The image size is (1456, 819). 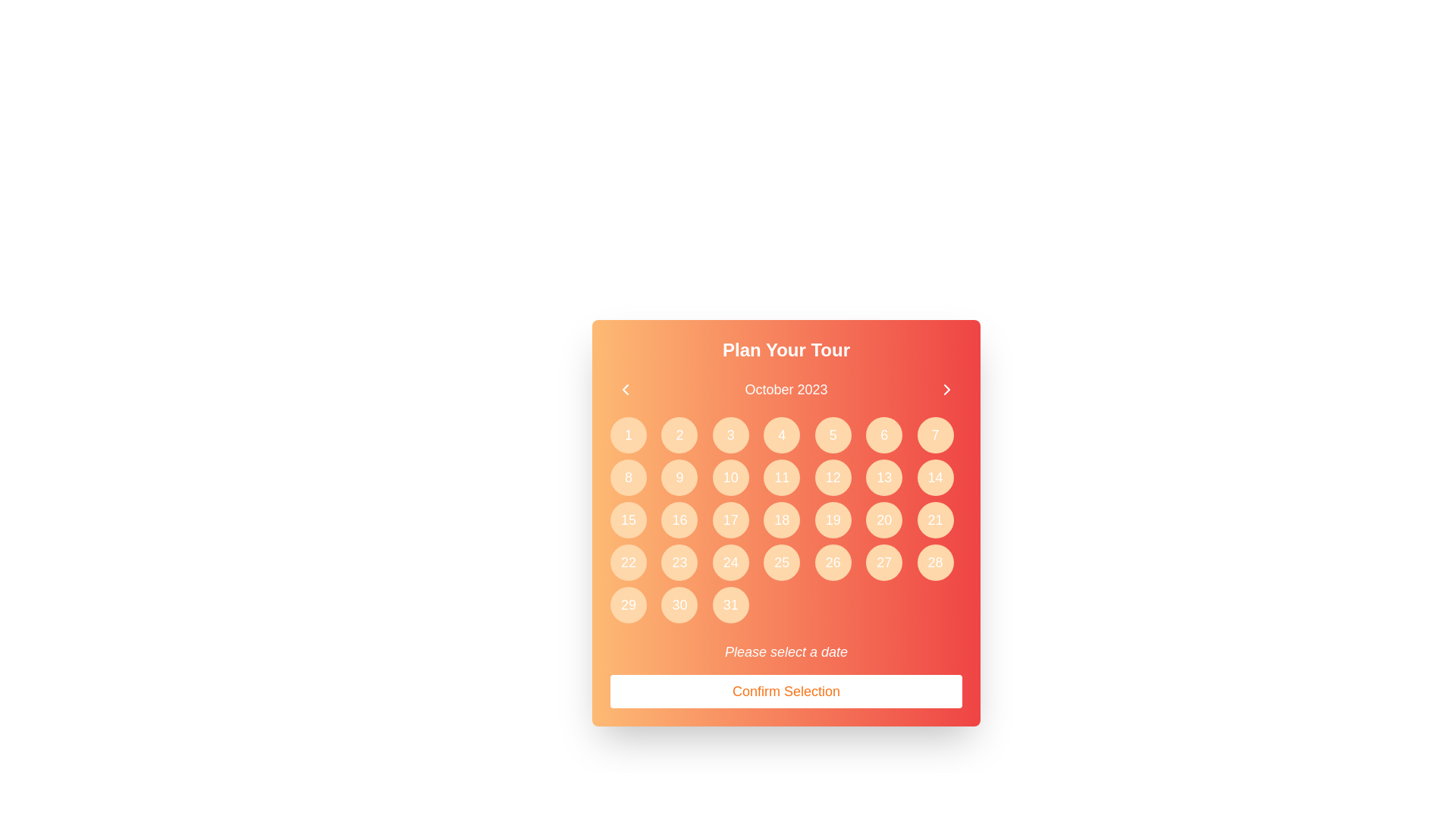 I want to click on the circular button with an orange background and white text displaying the number '25', so click(x=782, y=562).